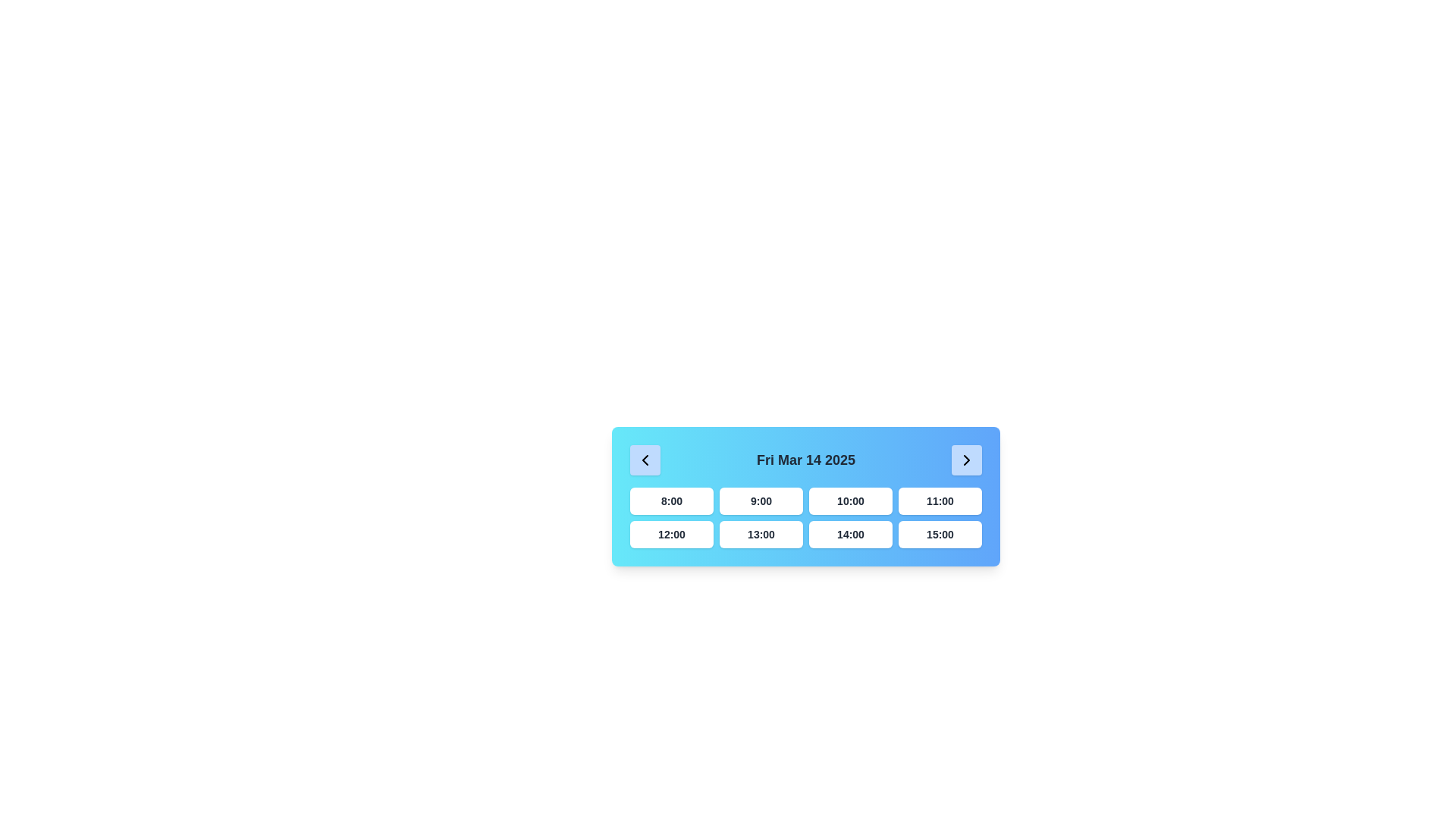 The image size is (1456, 819). I want to click on the right-pointing chevron arrow icon within the light blue rectangular button, so click(966, 459).